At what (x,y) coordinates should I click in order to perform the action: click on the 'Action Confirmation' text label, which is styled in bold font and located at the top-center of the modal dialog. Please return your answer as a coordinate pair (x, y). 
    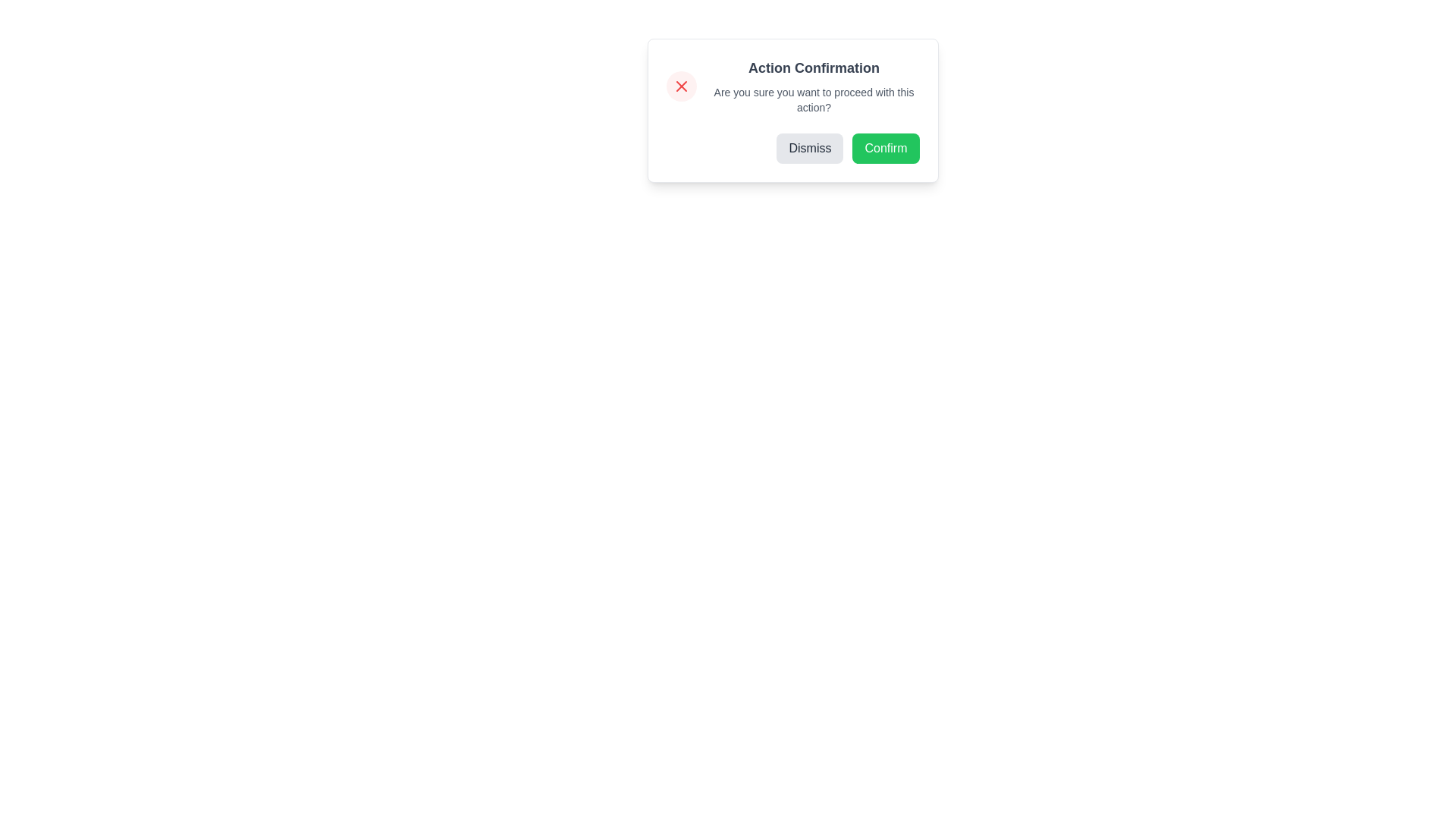
    Looking at the image, I should click on (813, 67).